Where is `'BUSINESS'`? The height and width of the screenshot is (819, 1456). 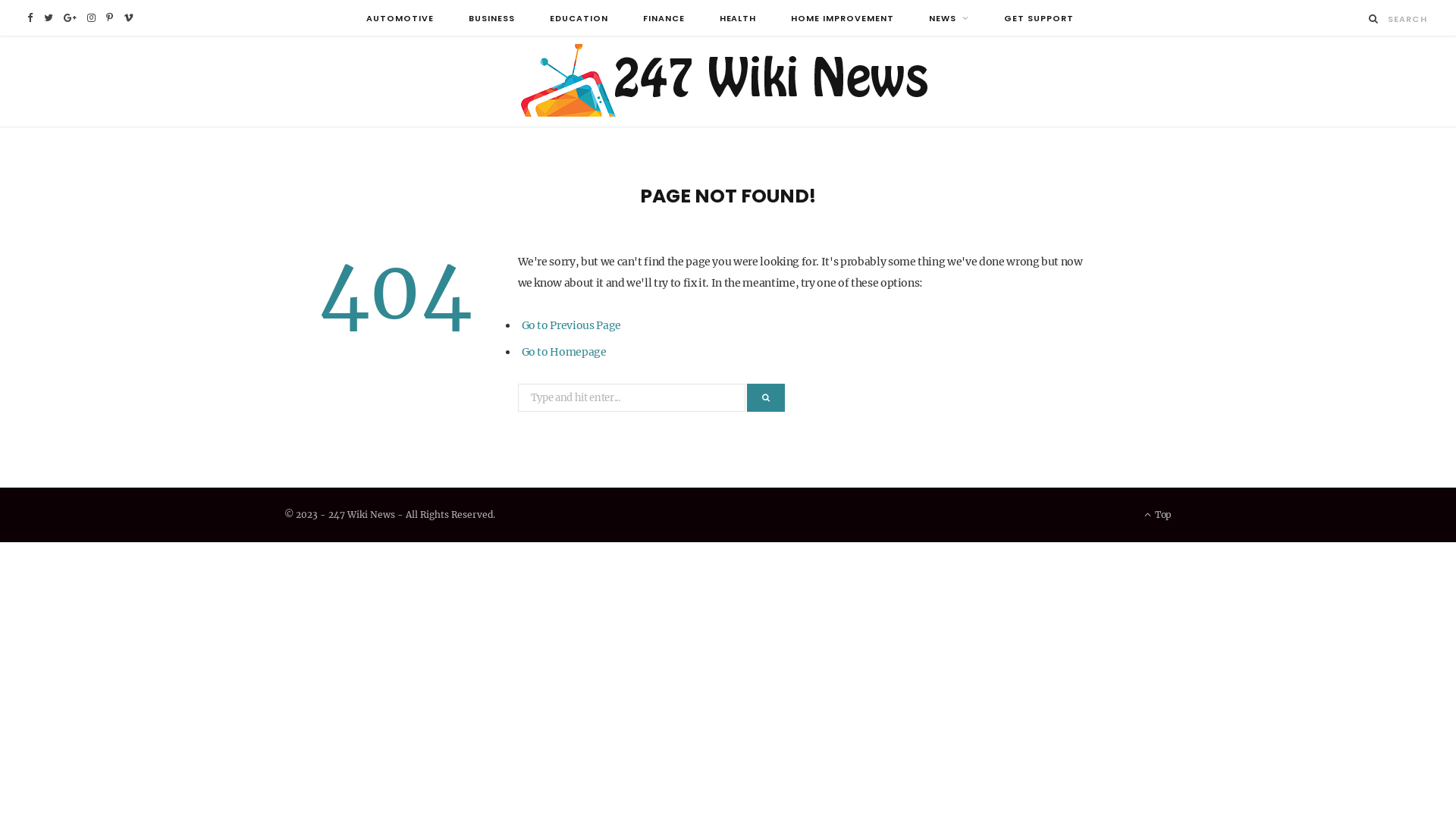 'BUSINESS' is located at coordinates (491, 17).